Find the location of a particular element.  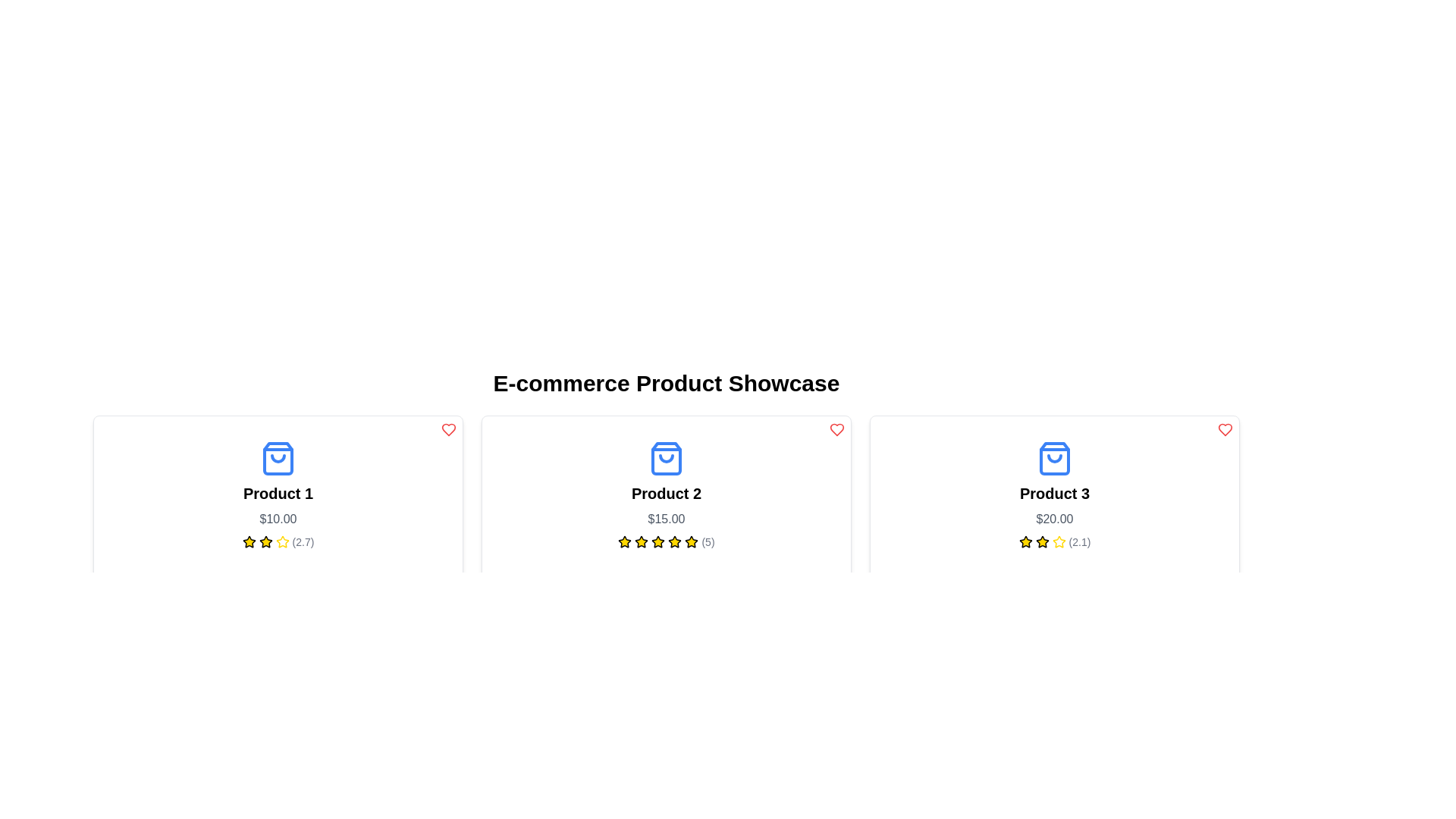

the heart icon located at the top-right corner of the 'Product 3' card is located at coordinates (1225, 430).